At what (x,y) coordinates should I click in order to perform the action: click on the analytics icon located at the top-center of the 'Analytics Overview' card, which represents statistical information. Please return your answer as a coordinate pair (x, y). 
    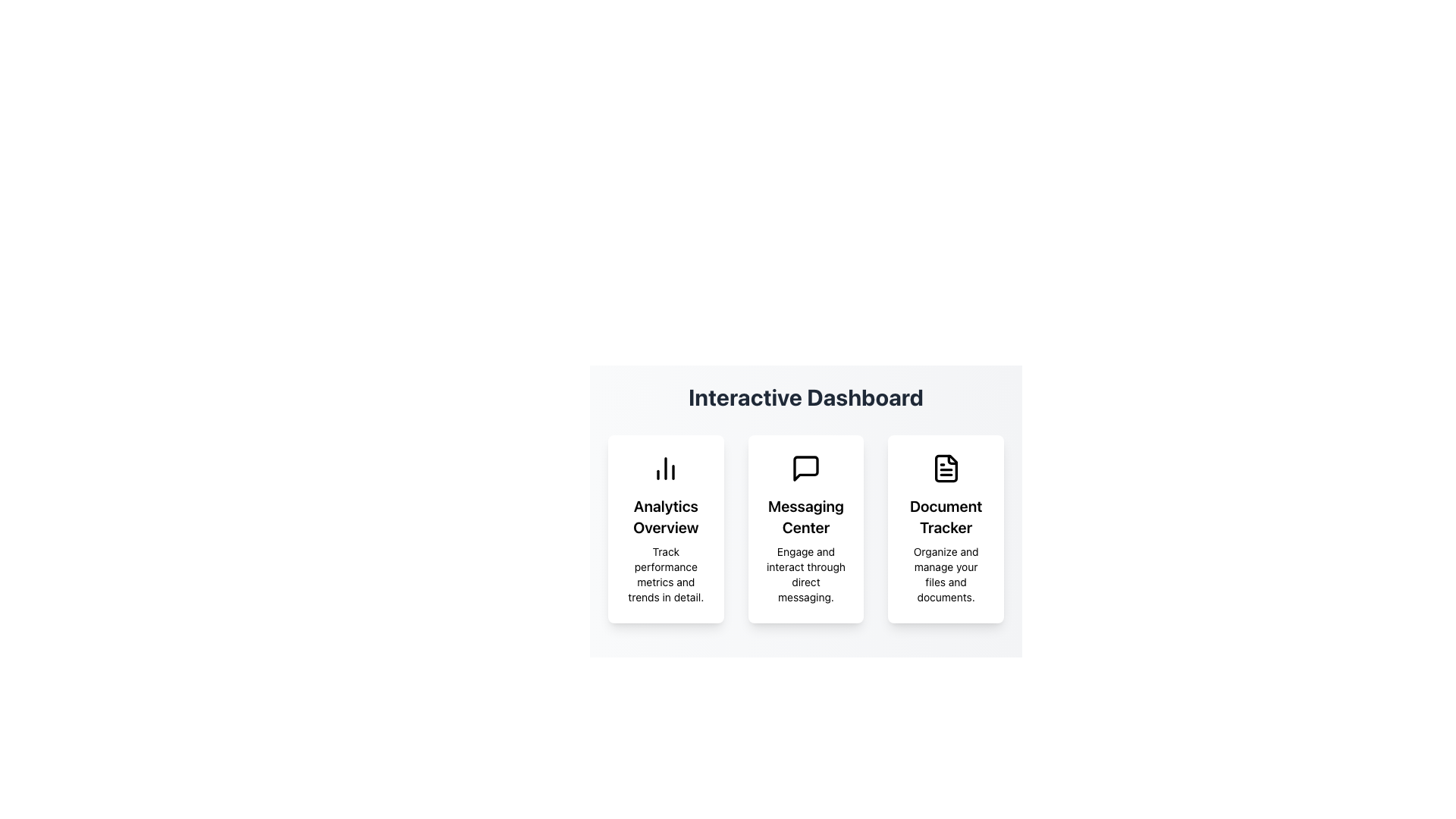
    Looking at the image, I should click on (666, 467).